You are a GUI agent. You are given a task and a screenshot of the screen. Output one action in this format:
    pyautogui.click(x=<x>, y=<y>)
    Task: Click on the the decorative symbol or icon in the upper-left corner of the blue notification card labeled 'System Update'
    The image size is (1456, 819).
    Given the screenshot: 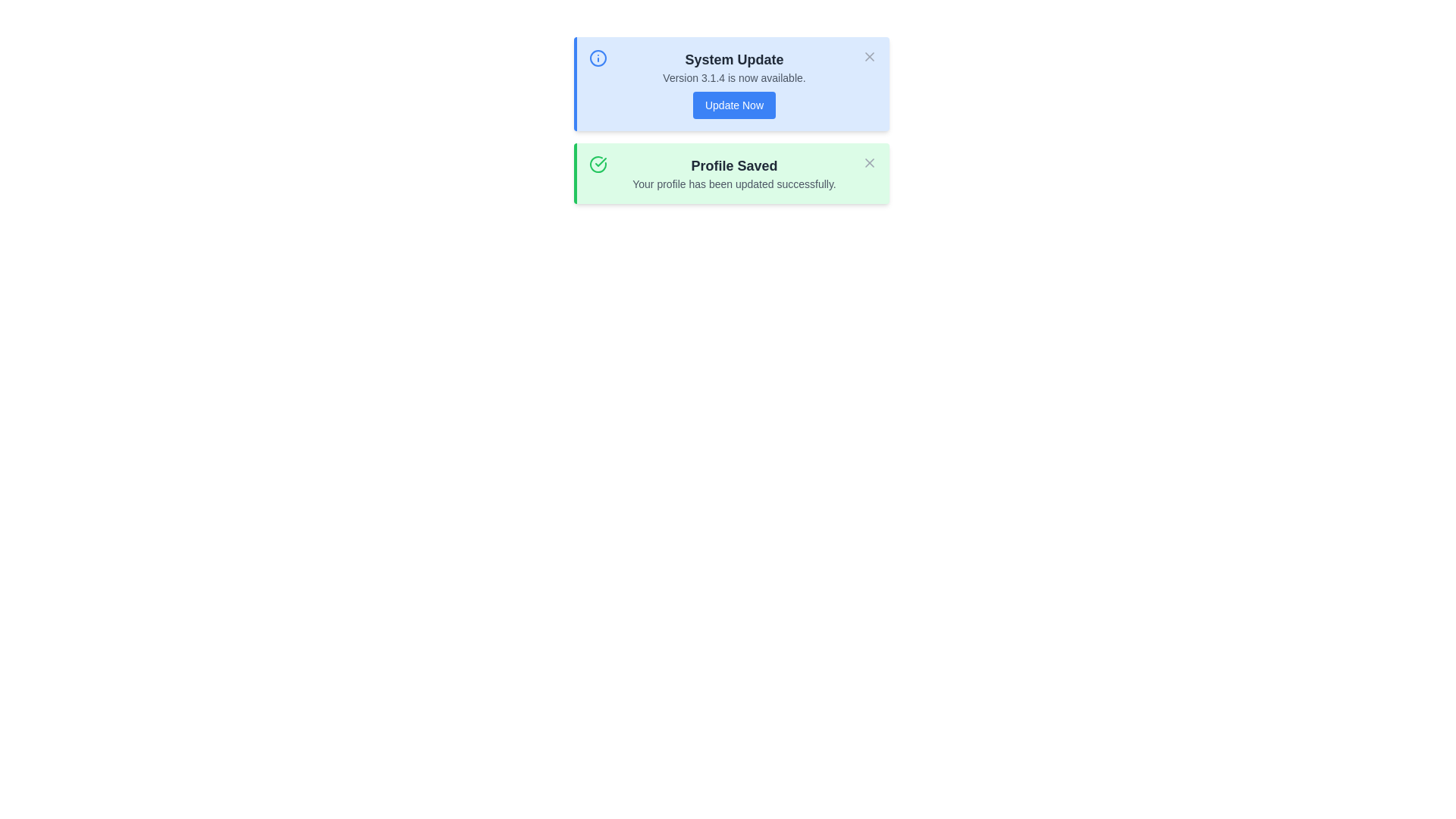 What is the action you would take?
    pyautogui.click(x=597, y=58)
    